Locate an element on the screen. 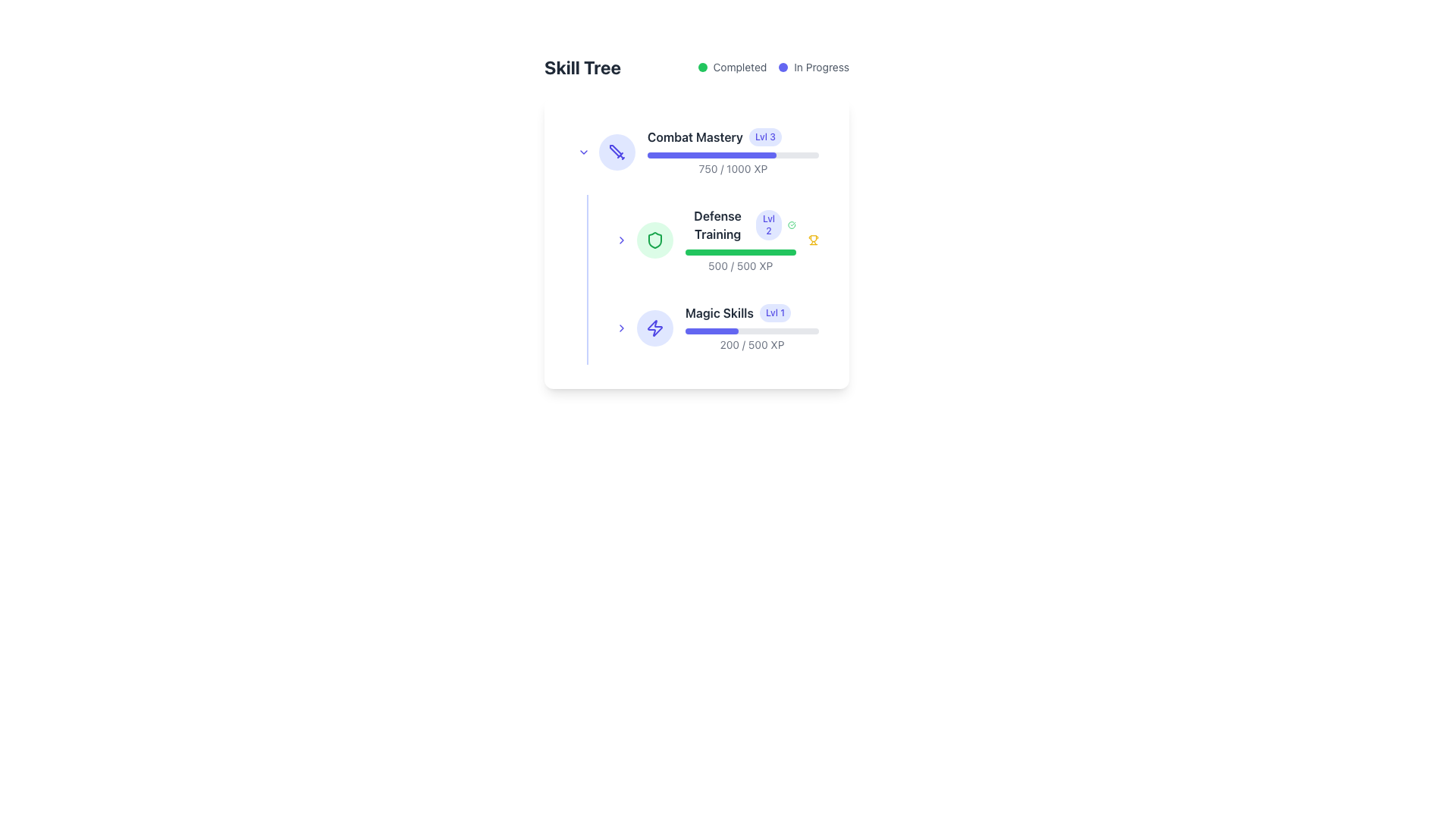  the level indicator label associated with 'Magic Skills', located to the right of the 'Magic Skills' text in the skill progress section is located at coordinates (775, 312).